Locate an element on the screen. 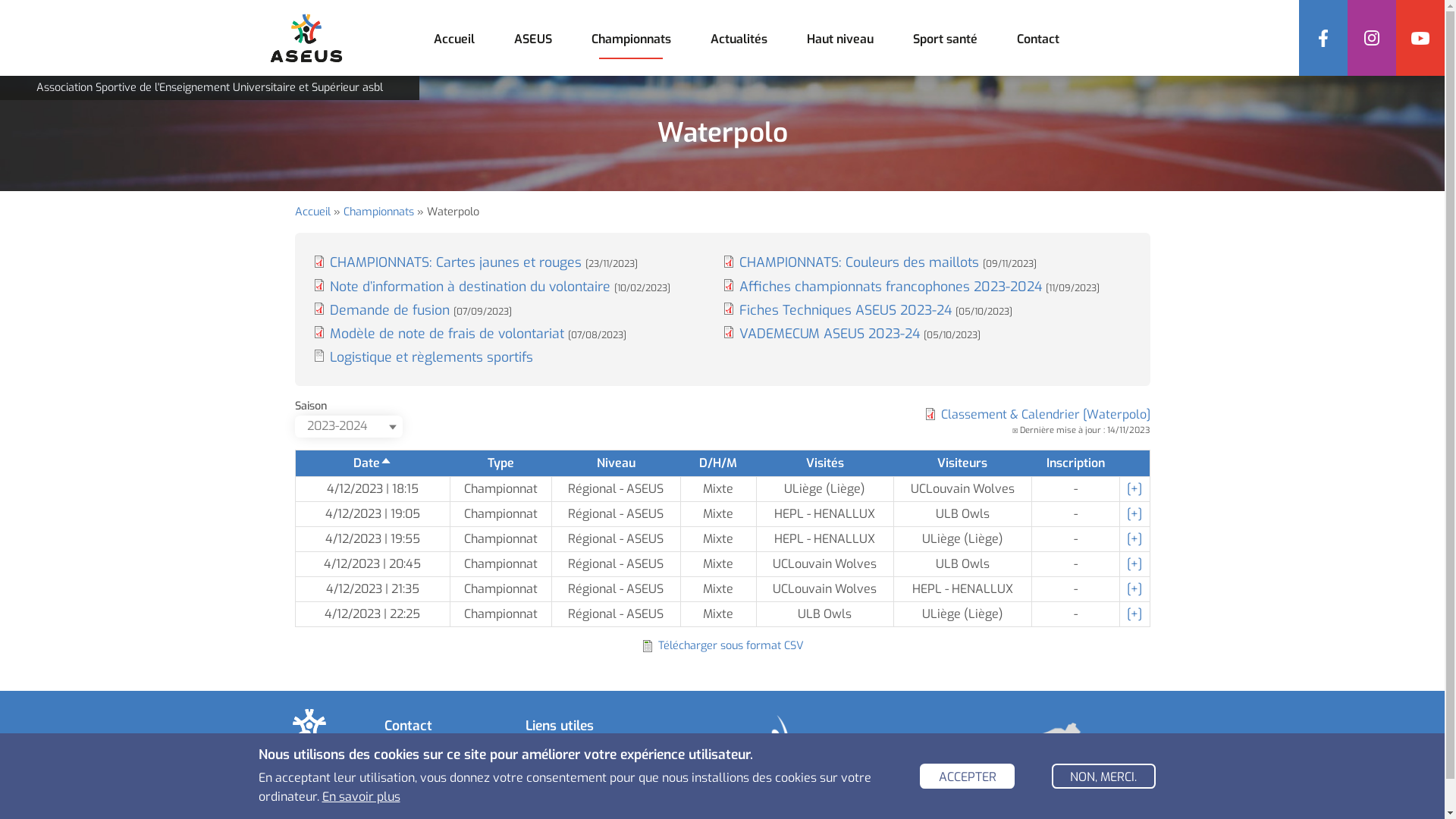  '[+]' is located at coordinates (1134, 588).